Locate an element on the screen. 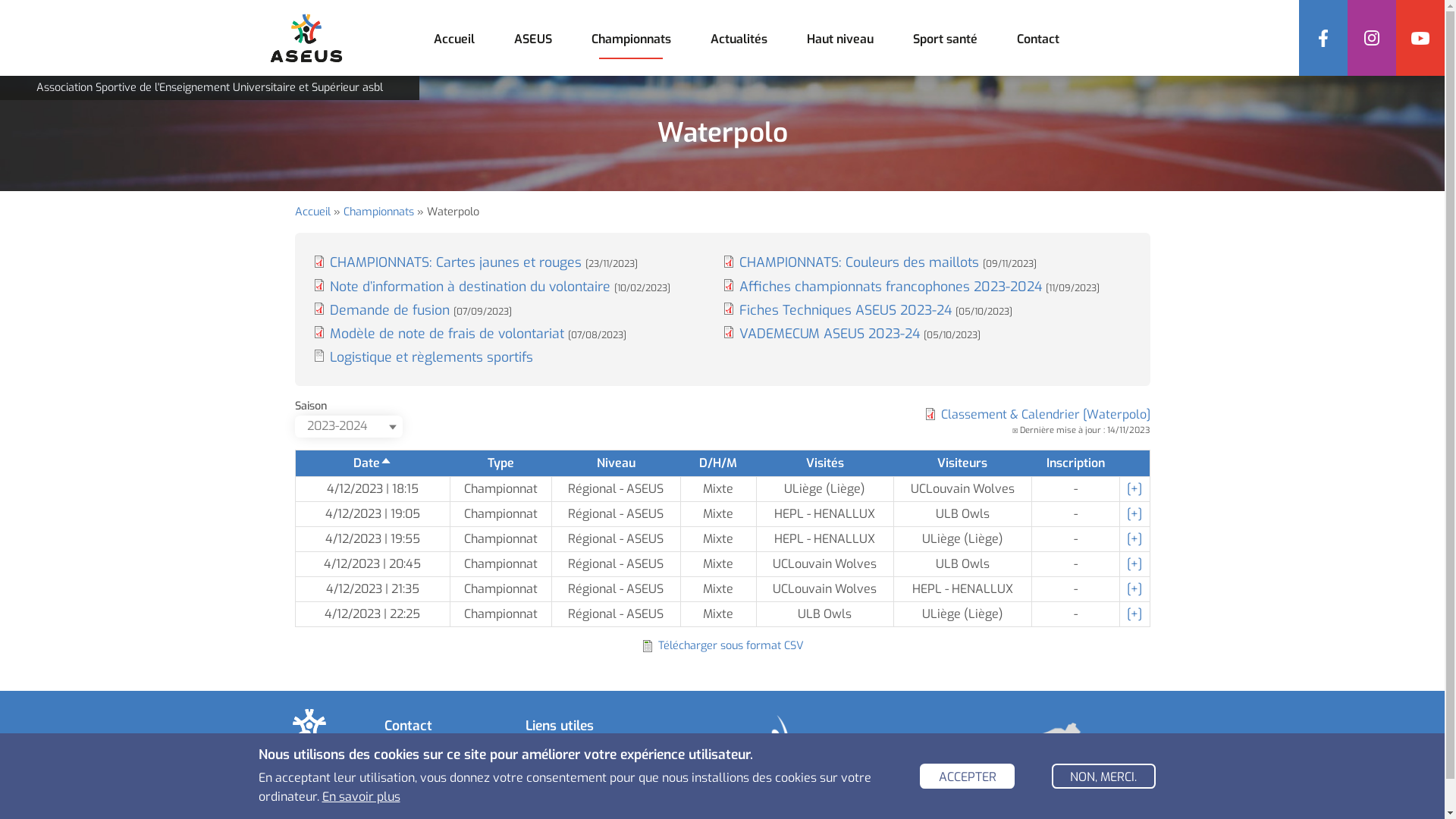  '[+]' is located at coordinates (1134, 588).